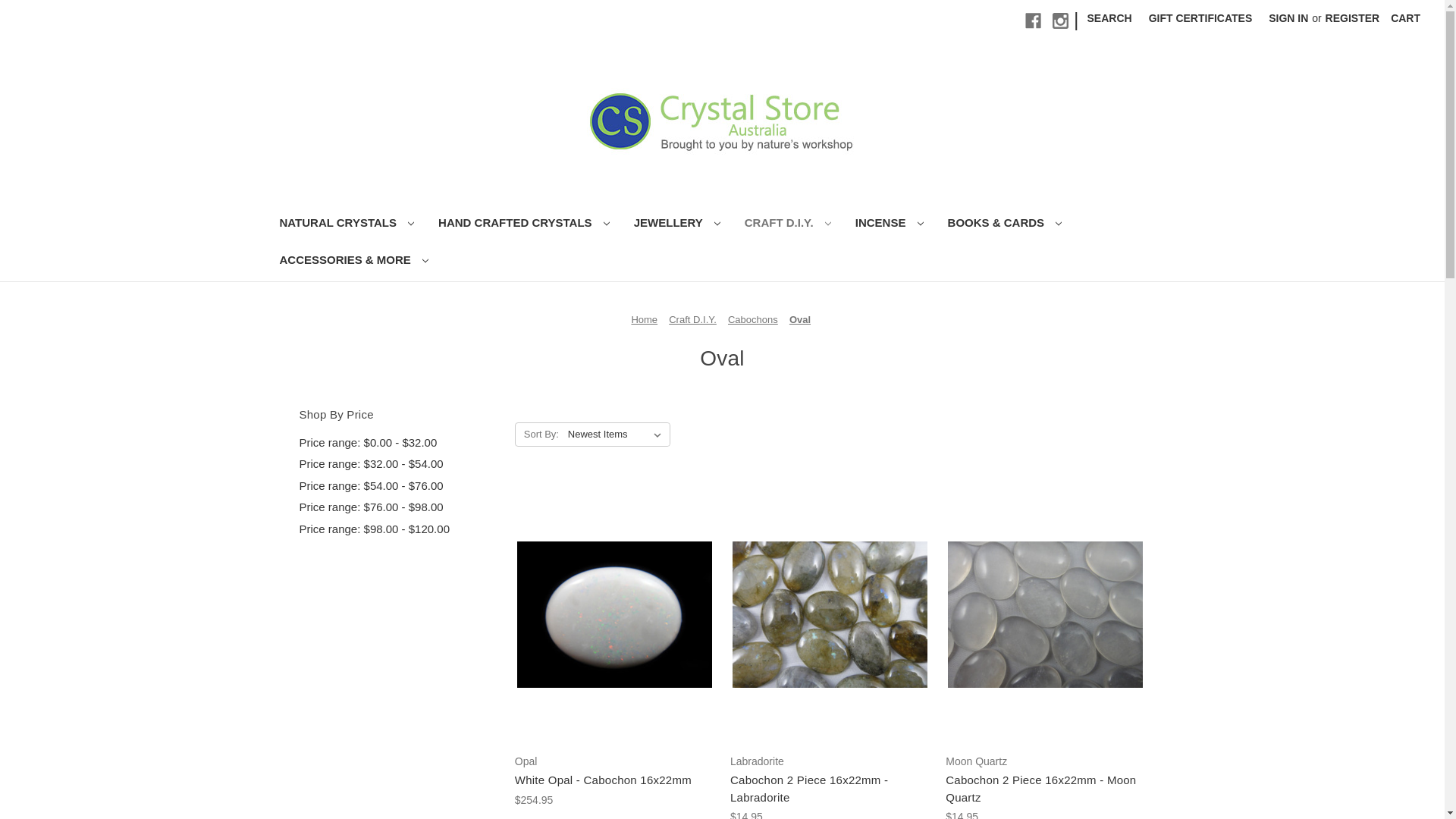 Image resolution: width=1456 pixels, height=819 pixels. What do you see at coordinates (799, 318) in the screenshot?
I see `'Oval'` at bounding box center [799, 318].